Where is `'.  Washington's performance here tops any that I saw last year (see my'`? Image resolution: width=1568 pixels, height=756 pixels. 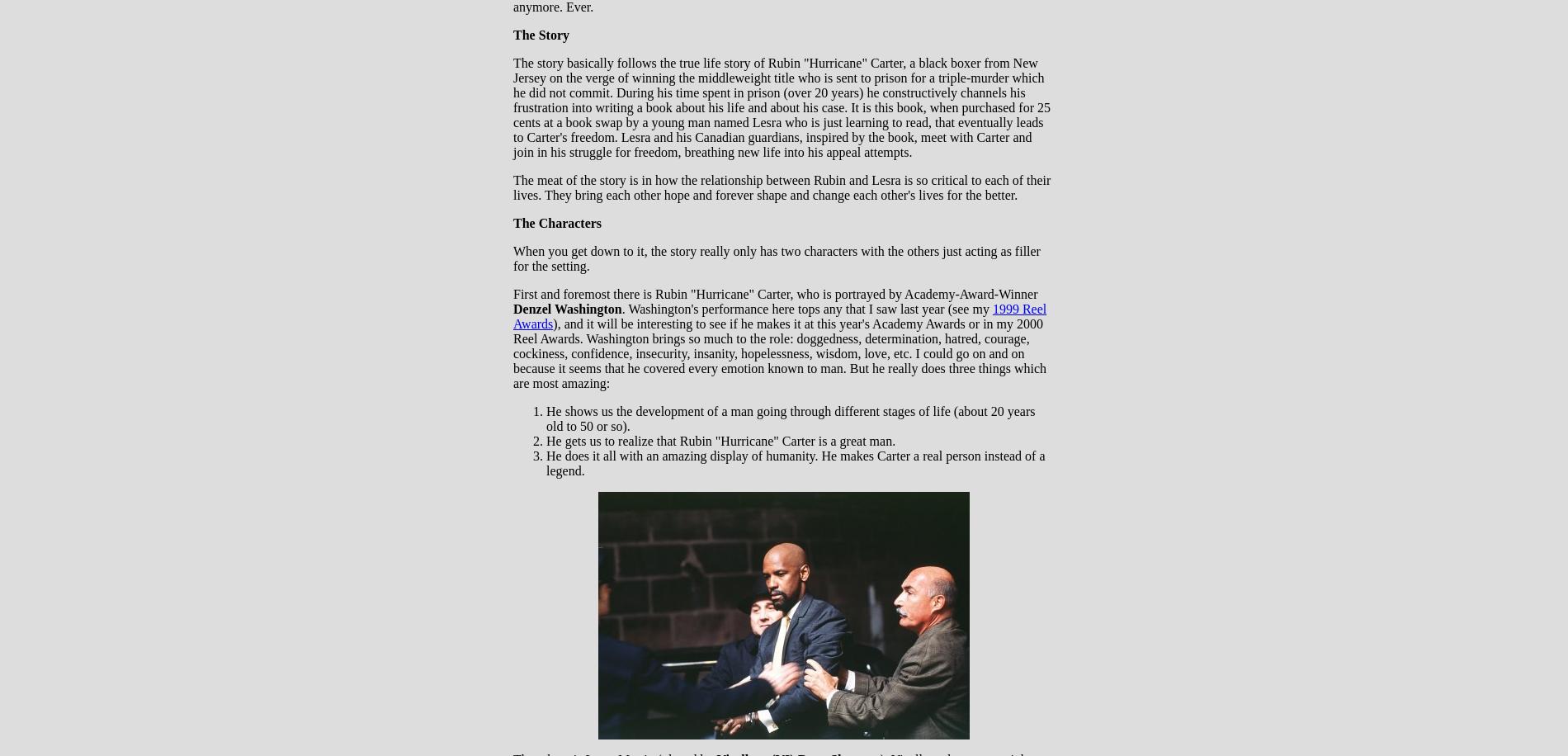
'.  Washington's performance here tops any that I saw last year (see my' is located at coordinates (806, 309).